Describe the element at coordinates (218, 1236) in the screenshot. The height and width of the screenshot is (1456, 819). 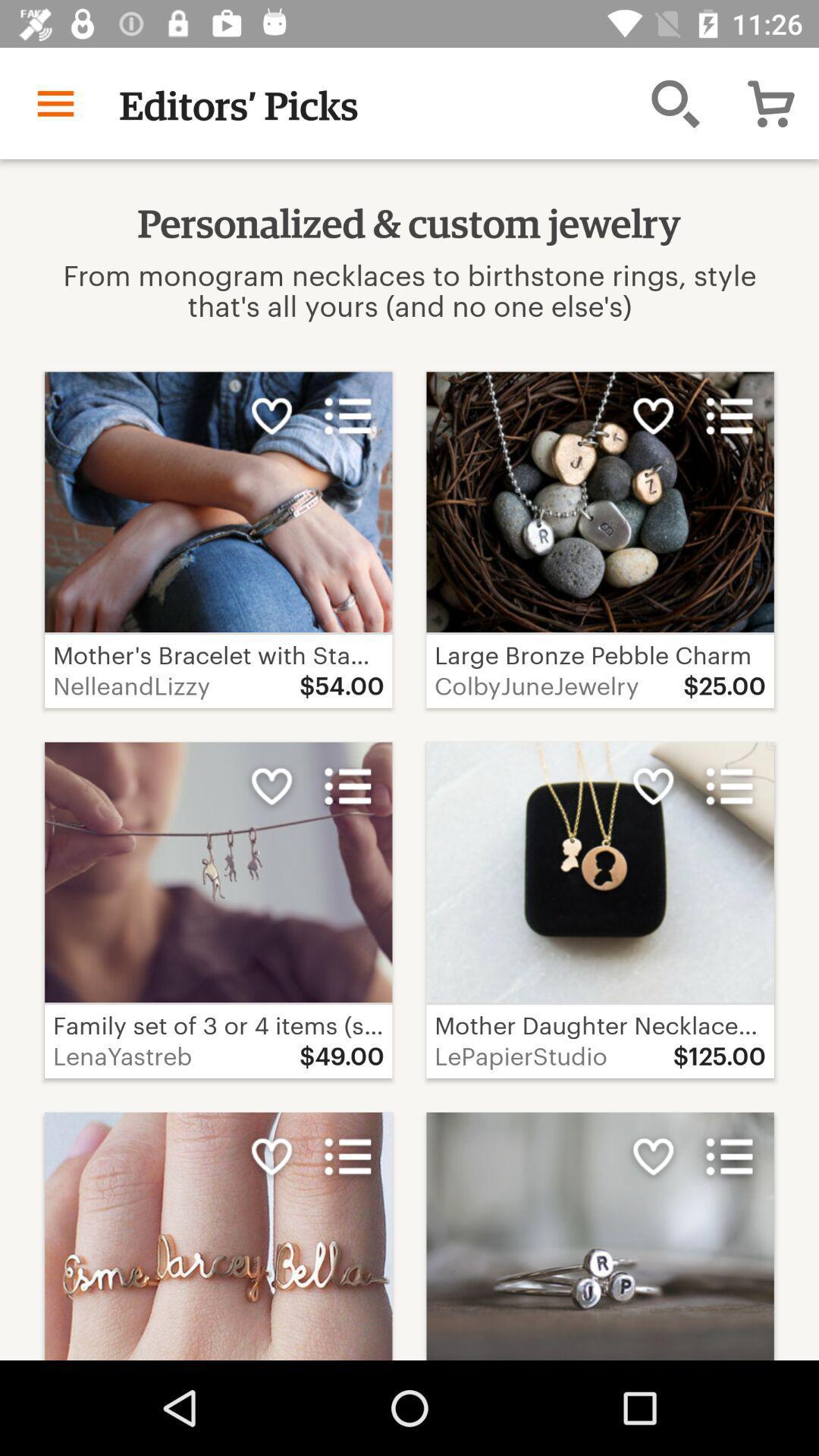
I see `the image on the bottom left corner of the web page` at that location.